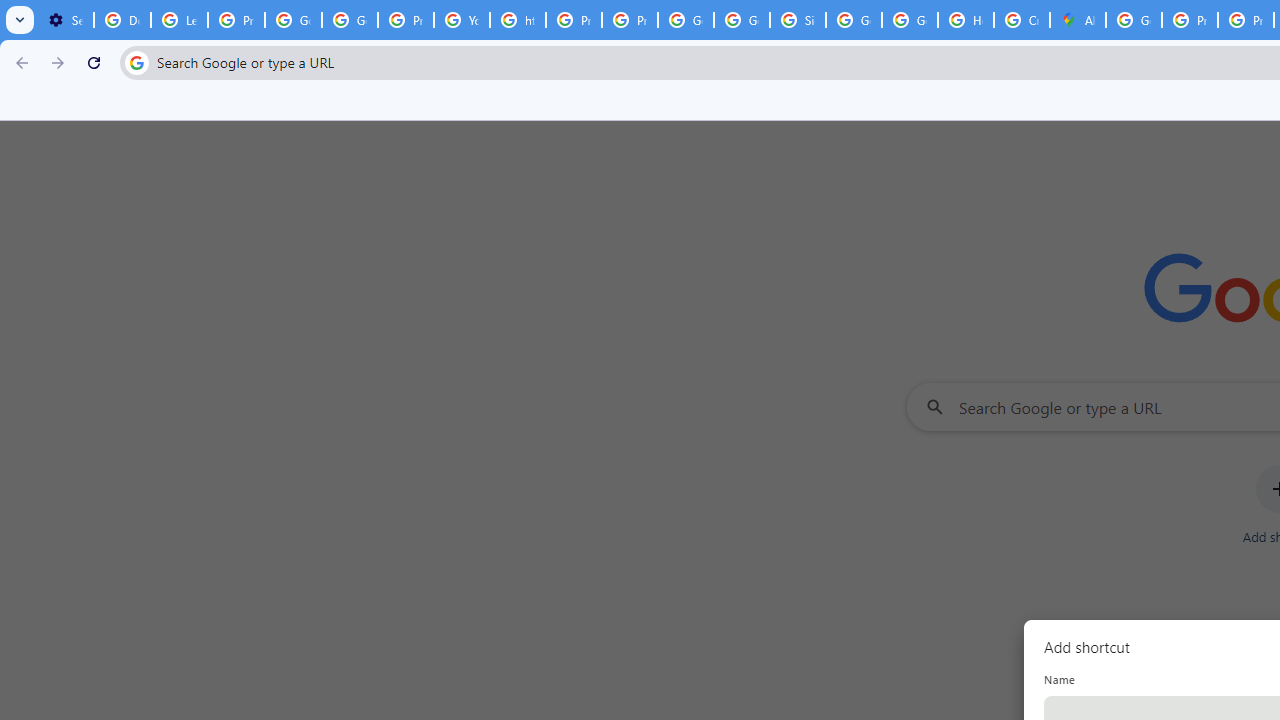  What do you see at coordinates (179, 20) in the screenshot?
I see `'Learn how to find your photos - Google Photos Help'` at bounding box center [179, 20].